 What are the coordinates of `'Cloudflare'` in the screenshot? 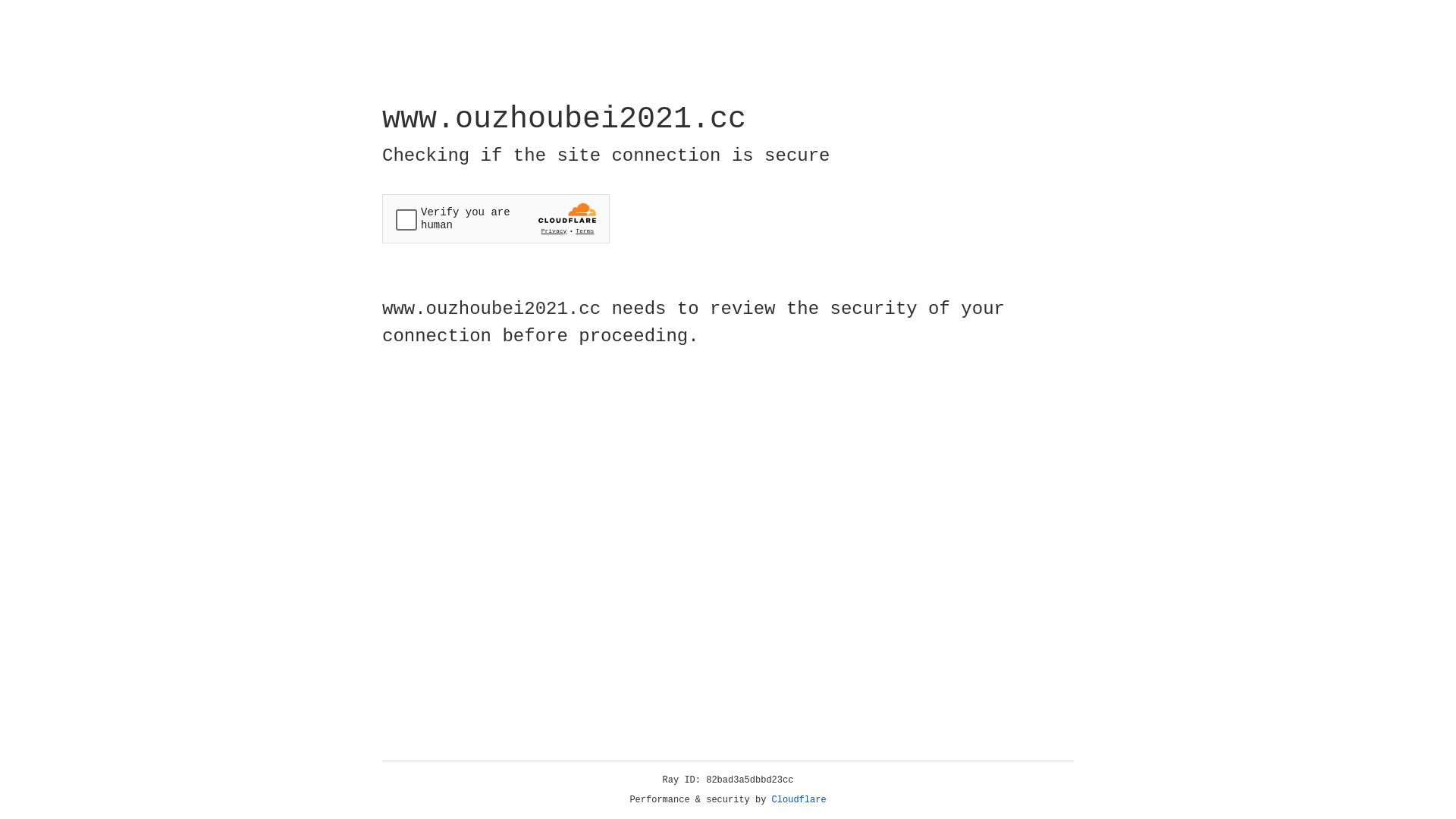 It's located at (799, 799).